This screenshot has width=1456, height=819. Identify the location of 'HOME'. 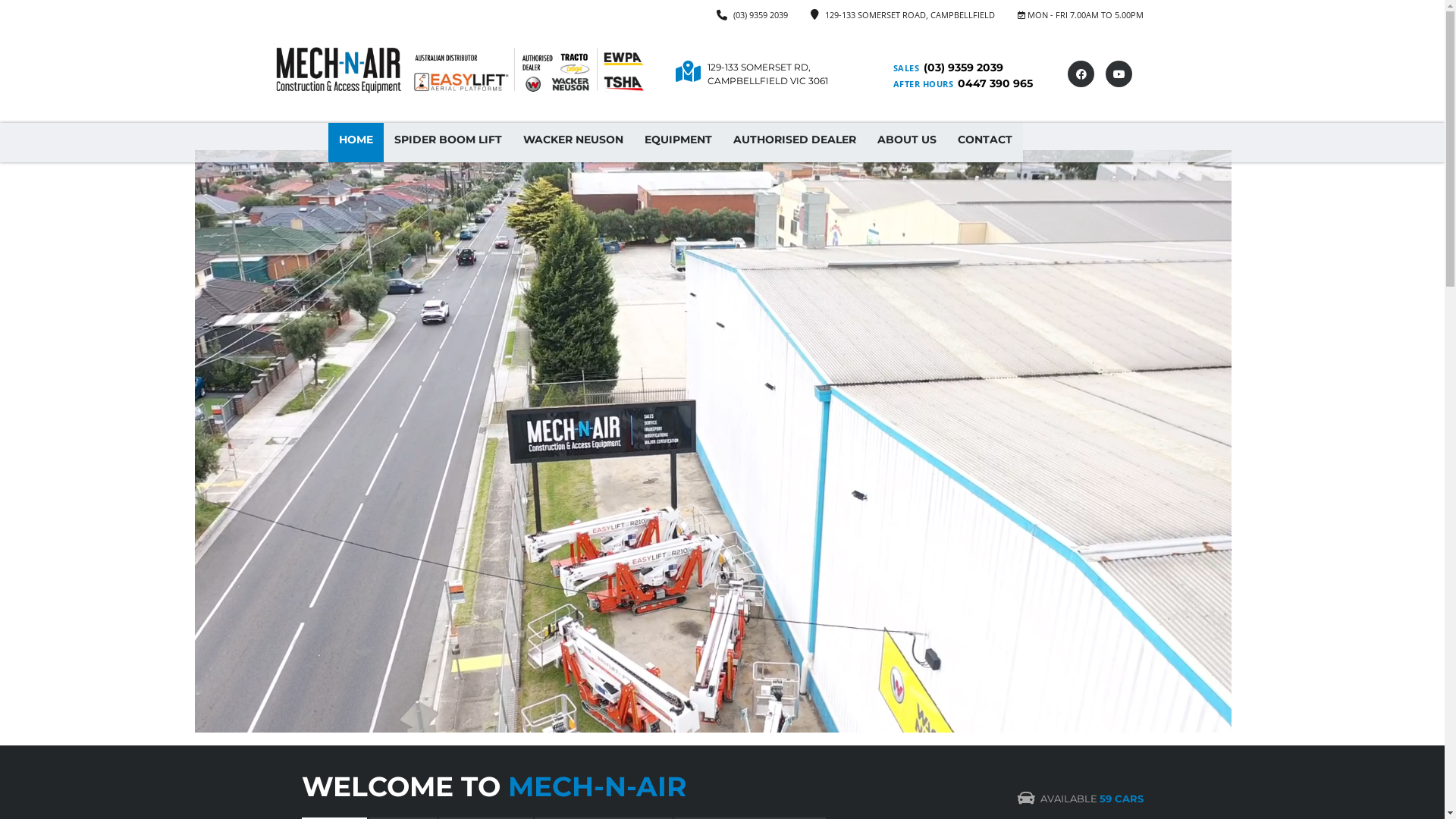
(354, 143).